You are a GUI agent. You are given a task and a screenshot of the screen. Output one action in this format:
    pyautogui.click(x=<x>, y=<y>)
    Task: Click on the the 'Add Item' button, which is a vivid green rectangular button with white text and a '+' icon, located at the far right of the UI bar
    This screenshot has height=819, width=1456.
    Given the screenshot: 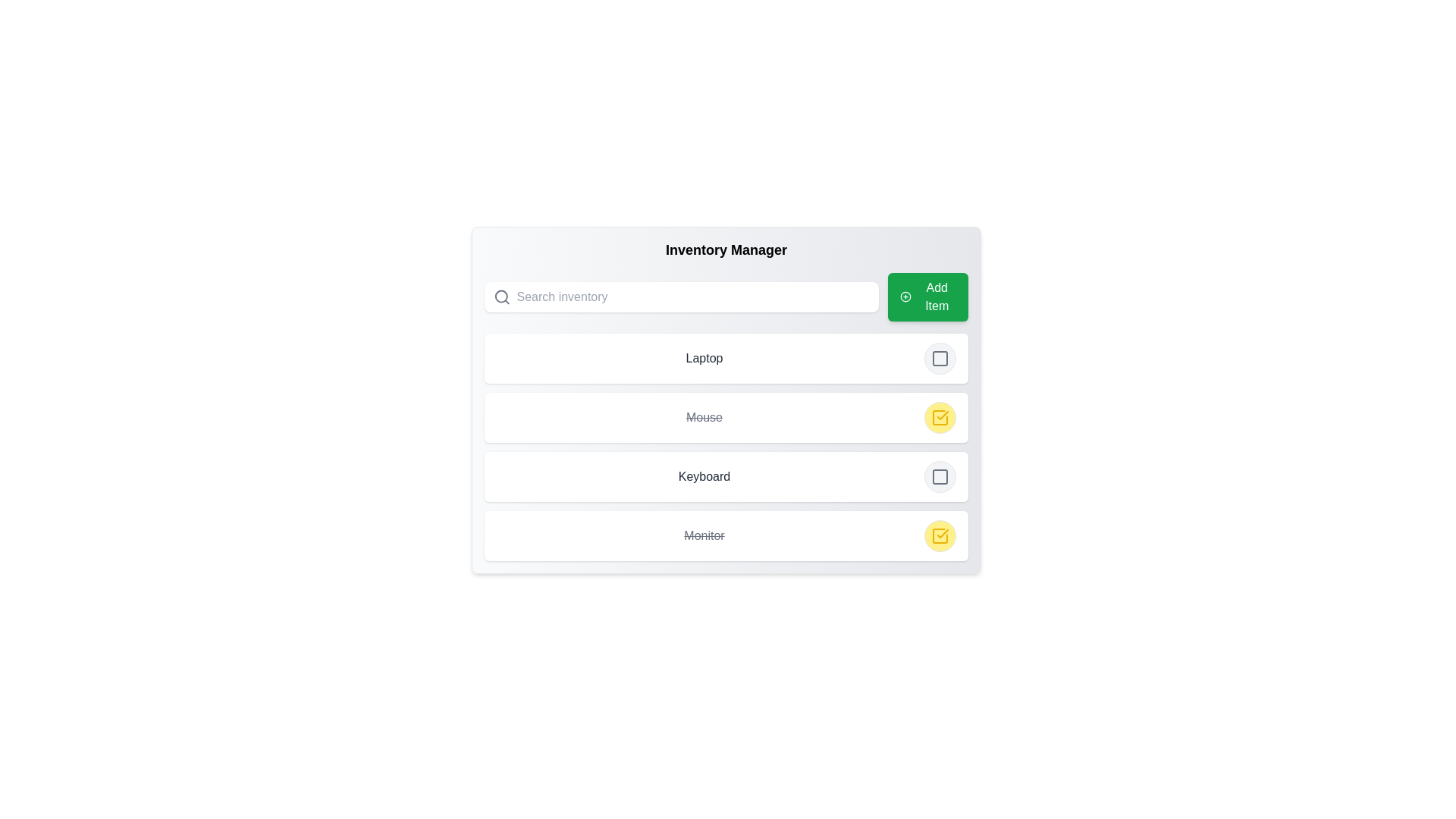 What is the action you would take?
    pyautogui.click(x=927, y=297)
    